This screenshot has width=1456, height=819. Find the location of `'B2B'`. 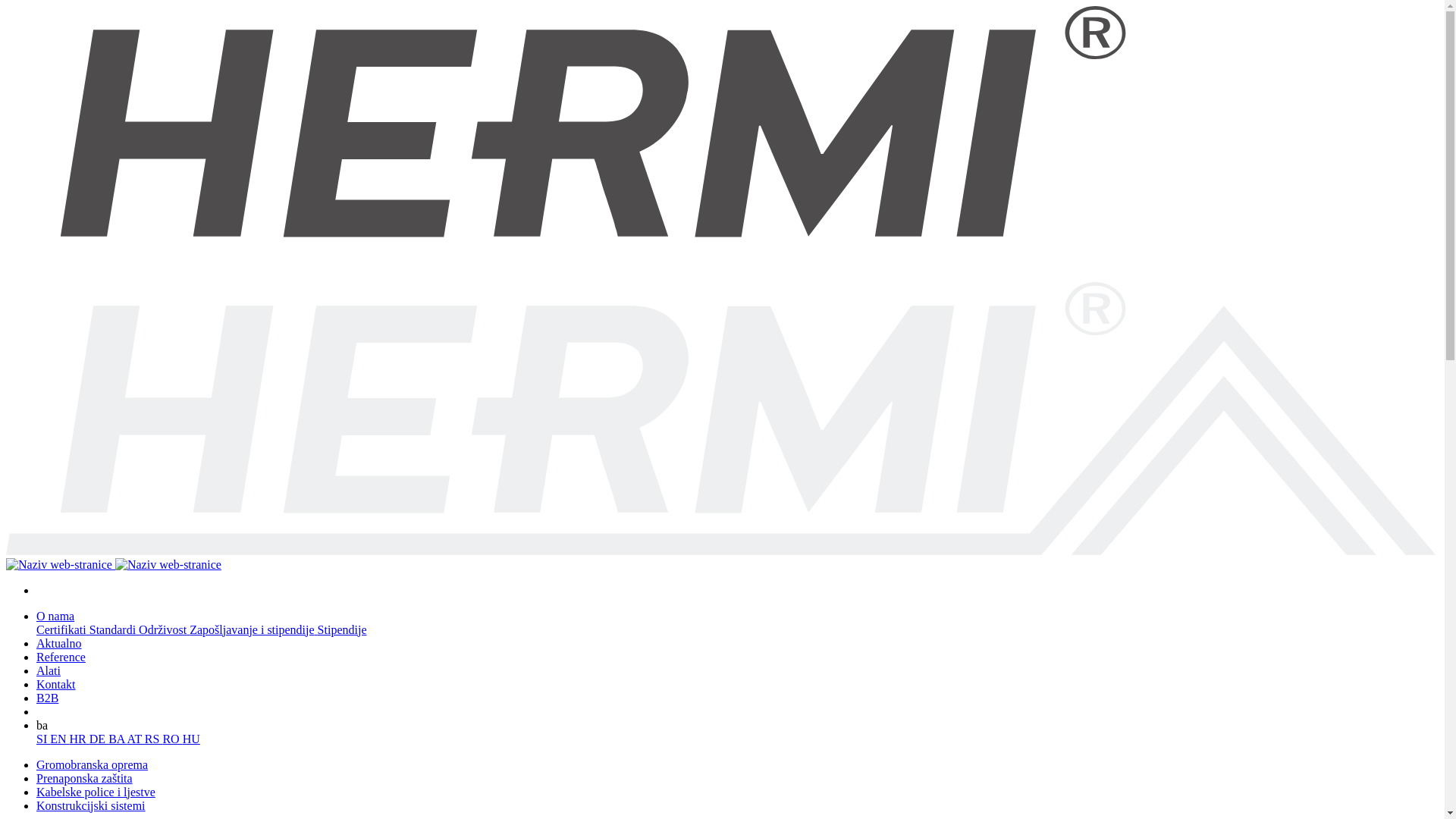

'B2B' is located at coordinates (47, 698).